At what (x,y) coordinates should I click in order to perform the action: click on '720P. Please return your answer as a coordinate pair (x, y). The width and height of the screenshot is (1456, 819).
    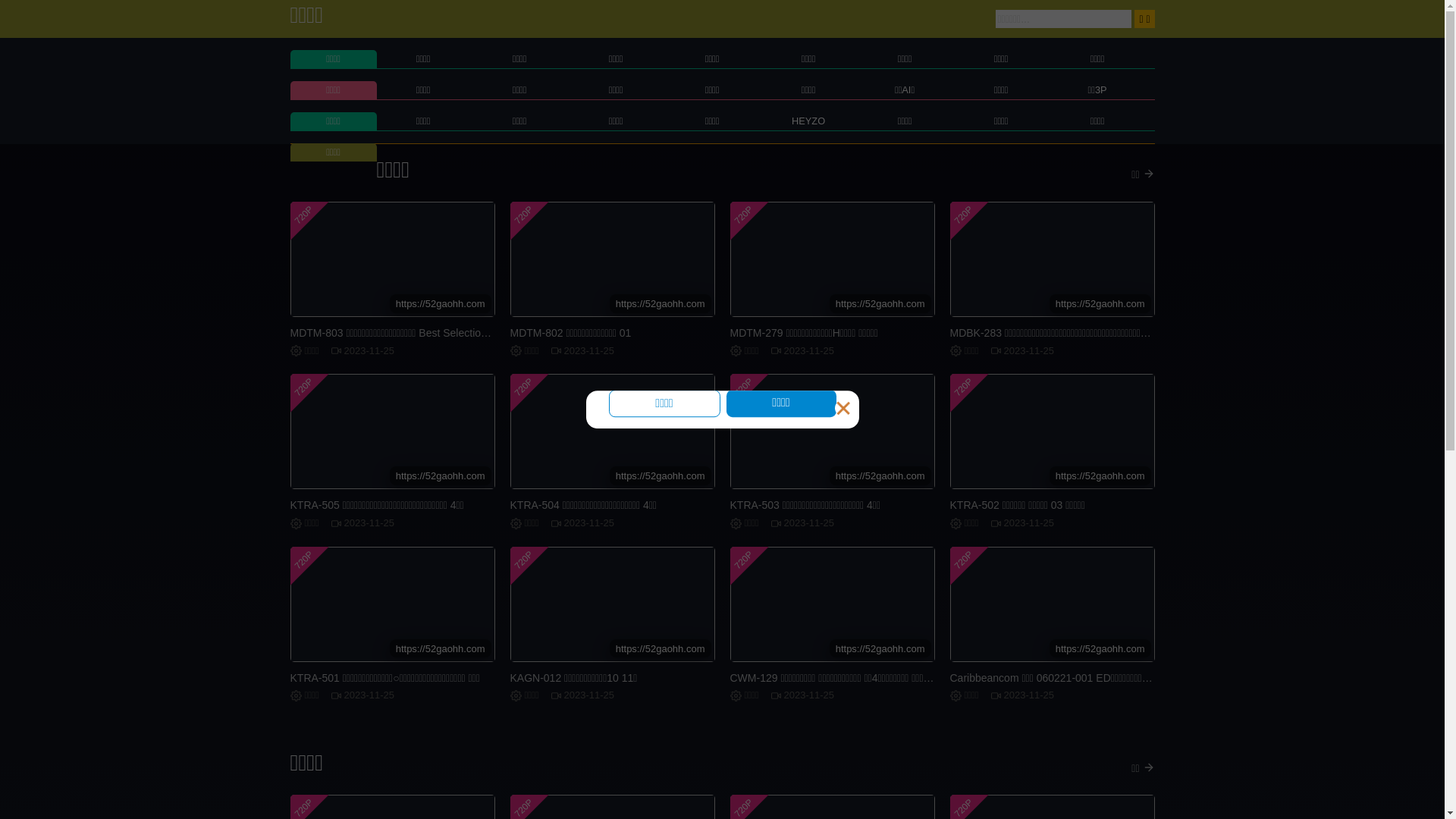
    Looking at the image, I should click on (392, 431).